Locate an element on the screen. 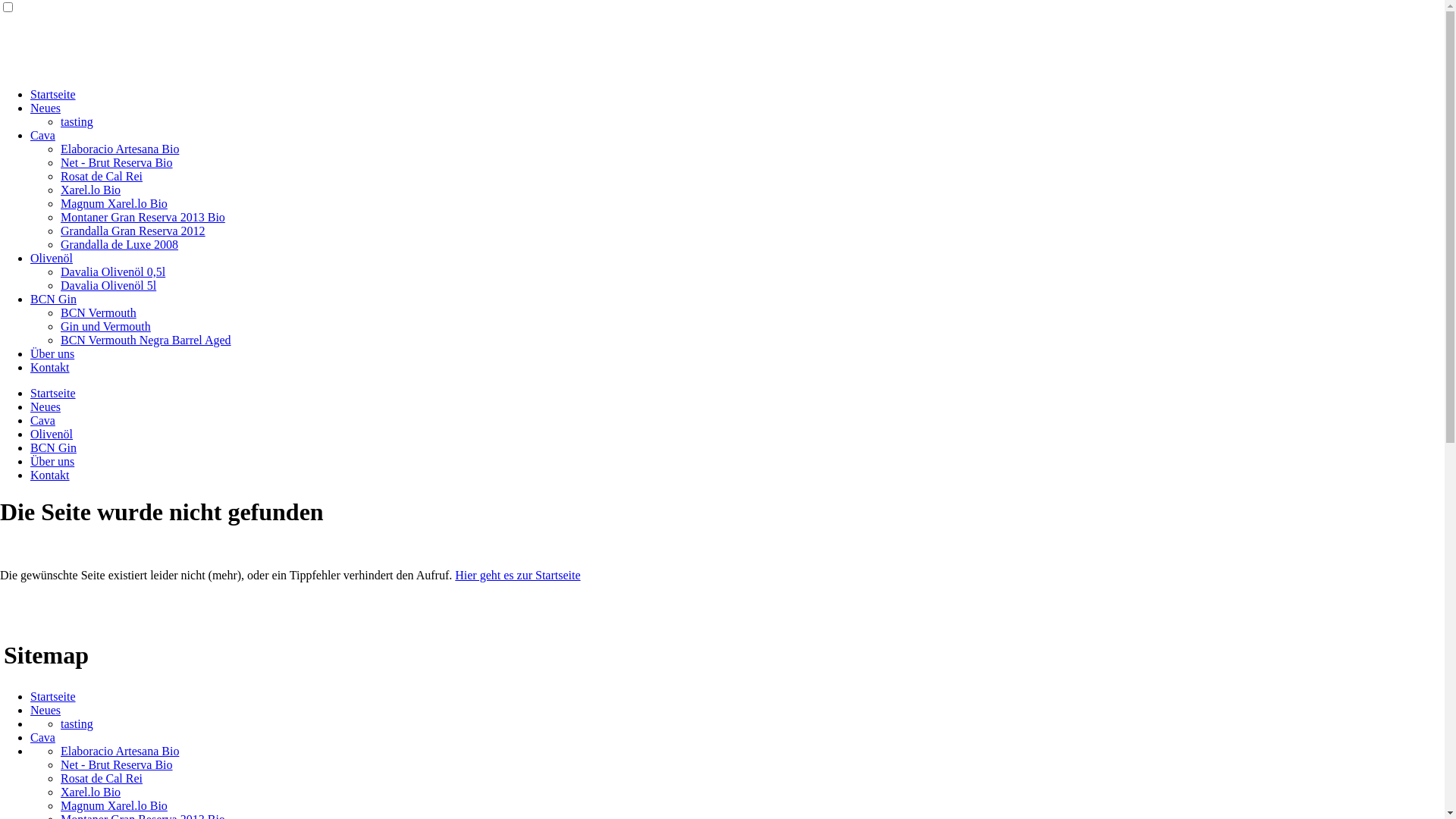  'Cava' is located at coordinates (42, 736).